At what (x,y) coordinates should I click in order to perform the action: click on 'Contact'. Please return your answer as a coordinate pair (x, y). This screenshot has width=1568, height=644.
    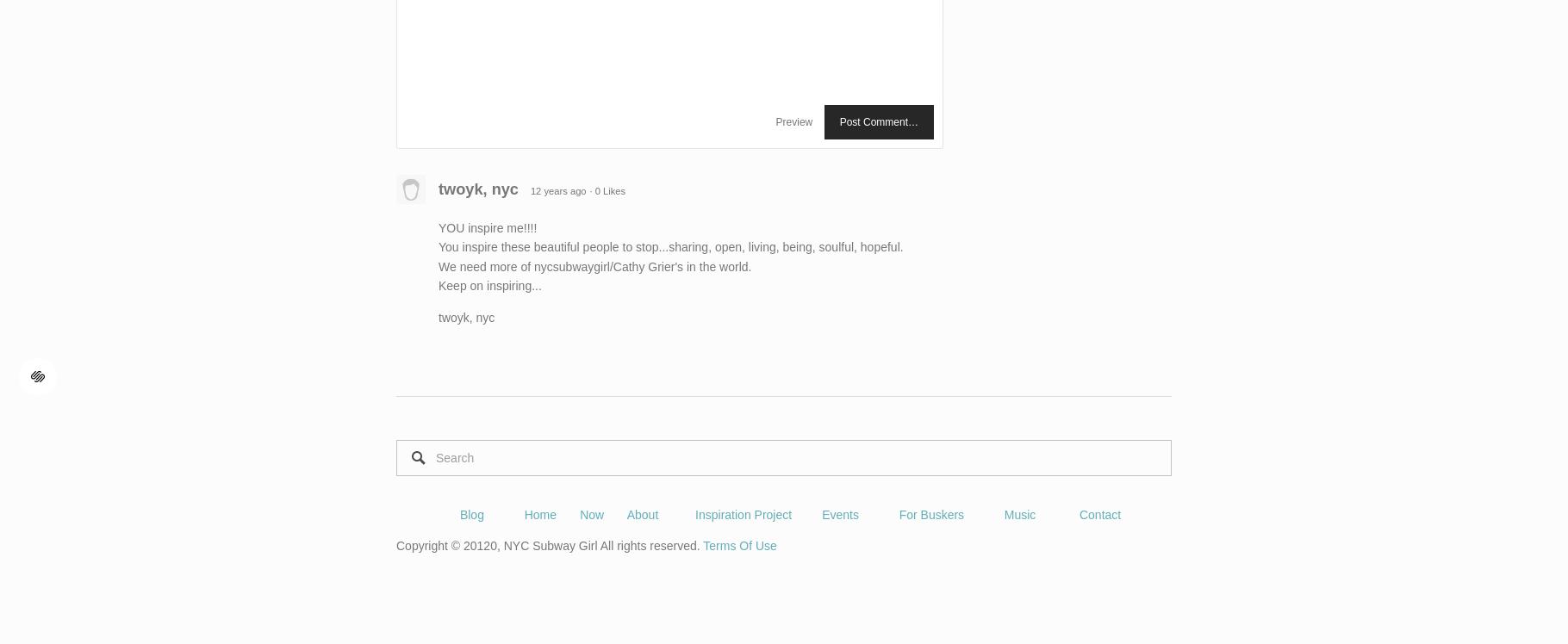
    Looking at the image, I should click on (1099, 515).